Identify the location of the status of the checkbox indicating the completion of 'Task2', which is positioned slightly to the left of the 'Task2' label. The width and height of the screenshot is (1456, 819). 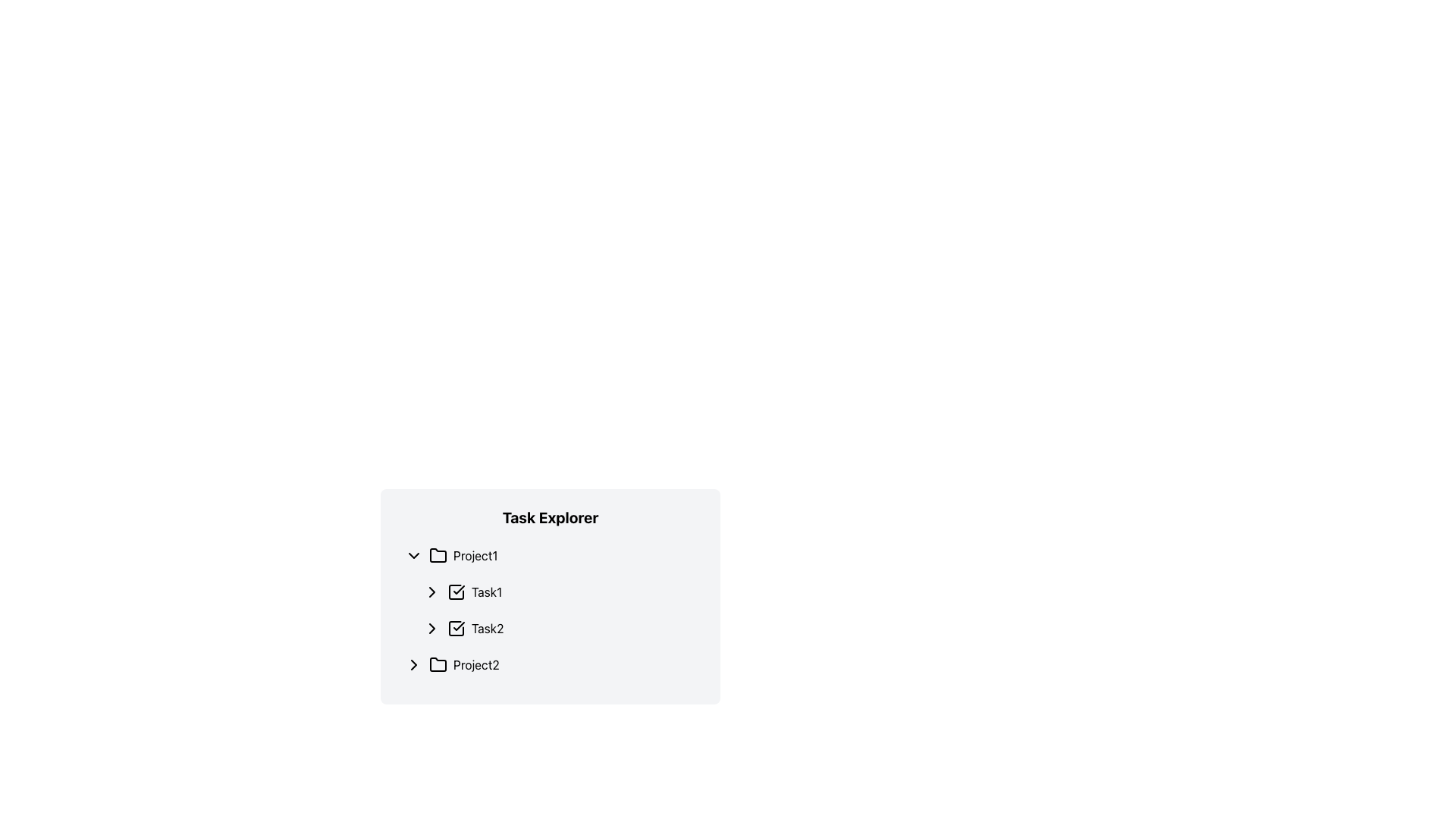
(455, 629).